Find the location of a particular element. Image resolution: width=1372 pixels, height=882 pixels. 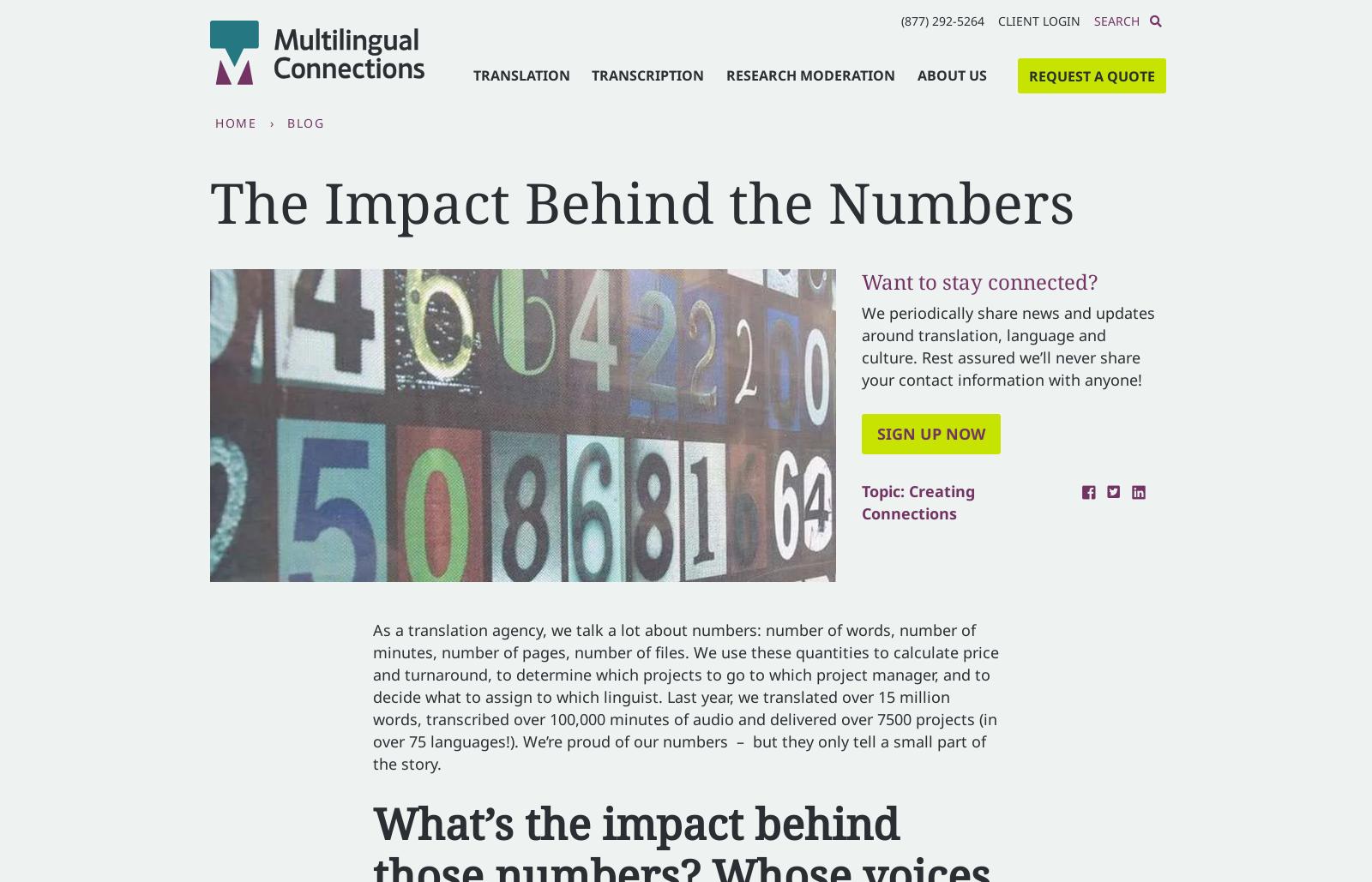

'Last name' is located at coordinates (524, 375).